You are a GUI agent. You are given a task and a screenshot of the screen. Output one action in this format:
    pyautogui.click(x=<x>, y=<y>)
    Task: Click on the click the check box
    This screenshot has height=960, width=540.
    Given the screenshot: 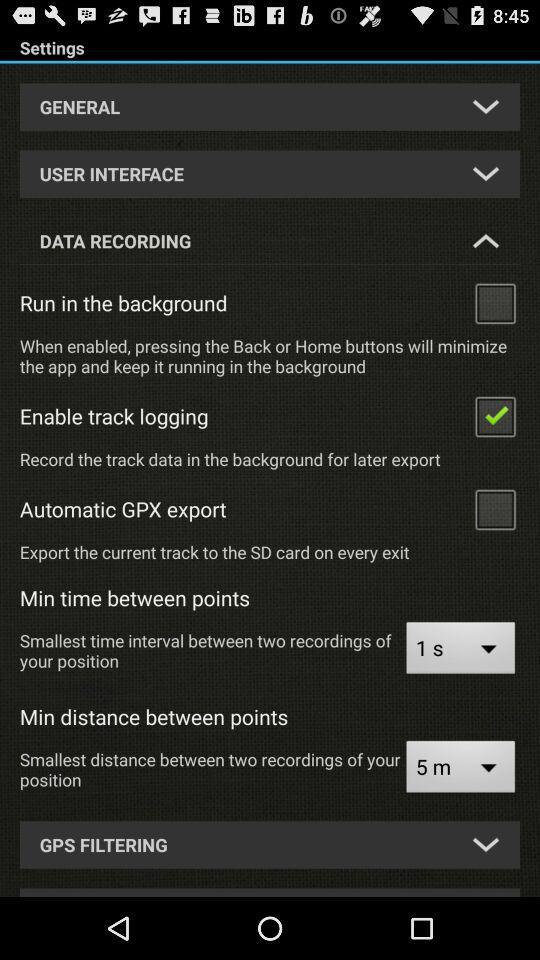 What is the action you would take?
    pyautogui.click(x=494, y=302)
    